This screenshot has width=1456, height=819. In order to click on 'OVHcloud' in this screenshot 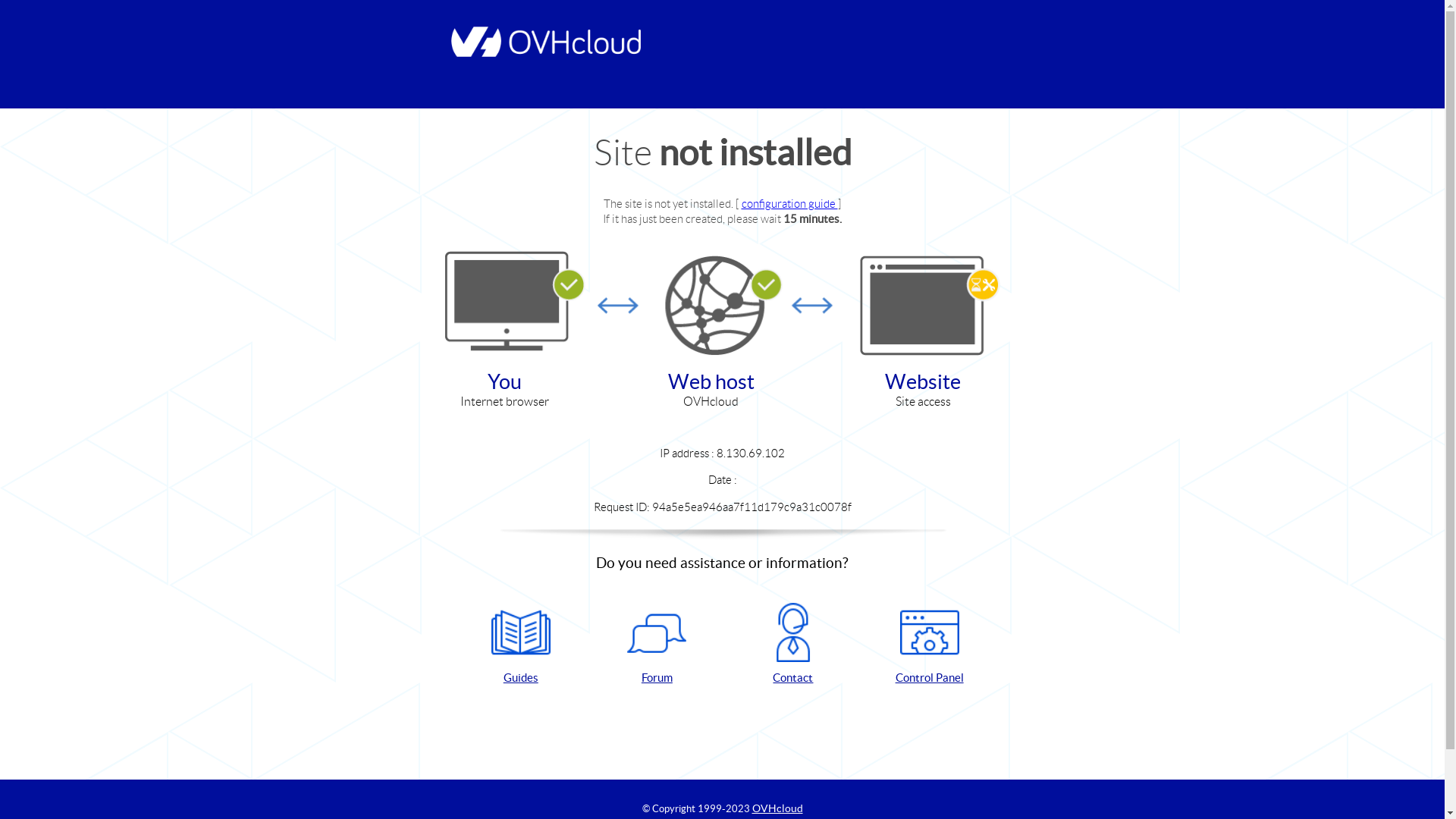, I will do `click(777, 807)`.